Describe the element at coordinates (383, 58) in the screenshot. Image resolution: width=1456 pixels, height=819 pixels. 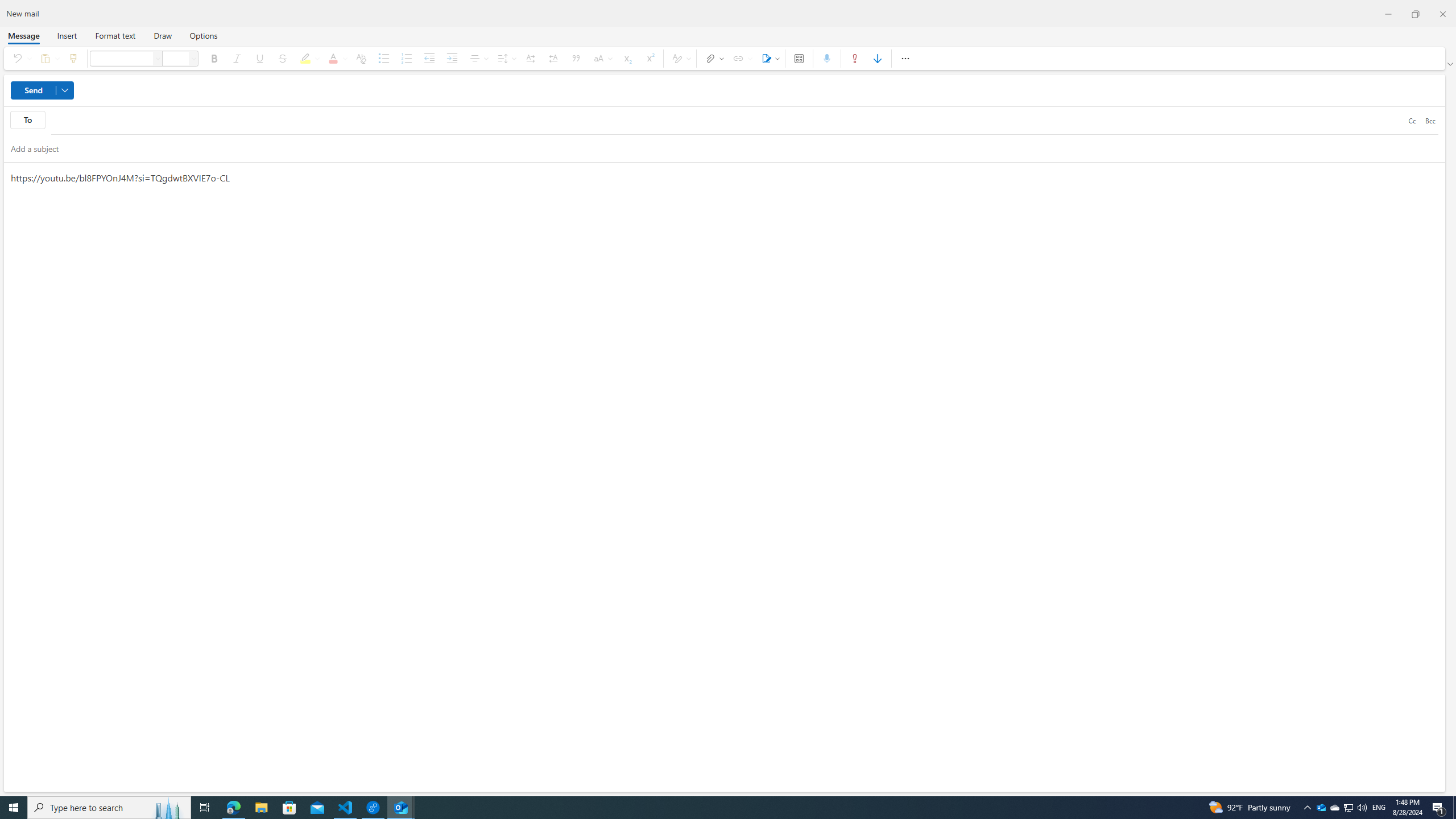
I see `'Bullets'` at that location.